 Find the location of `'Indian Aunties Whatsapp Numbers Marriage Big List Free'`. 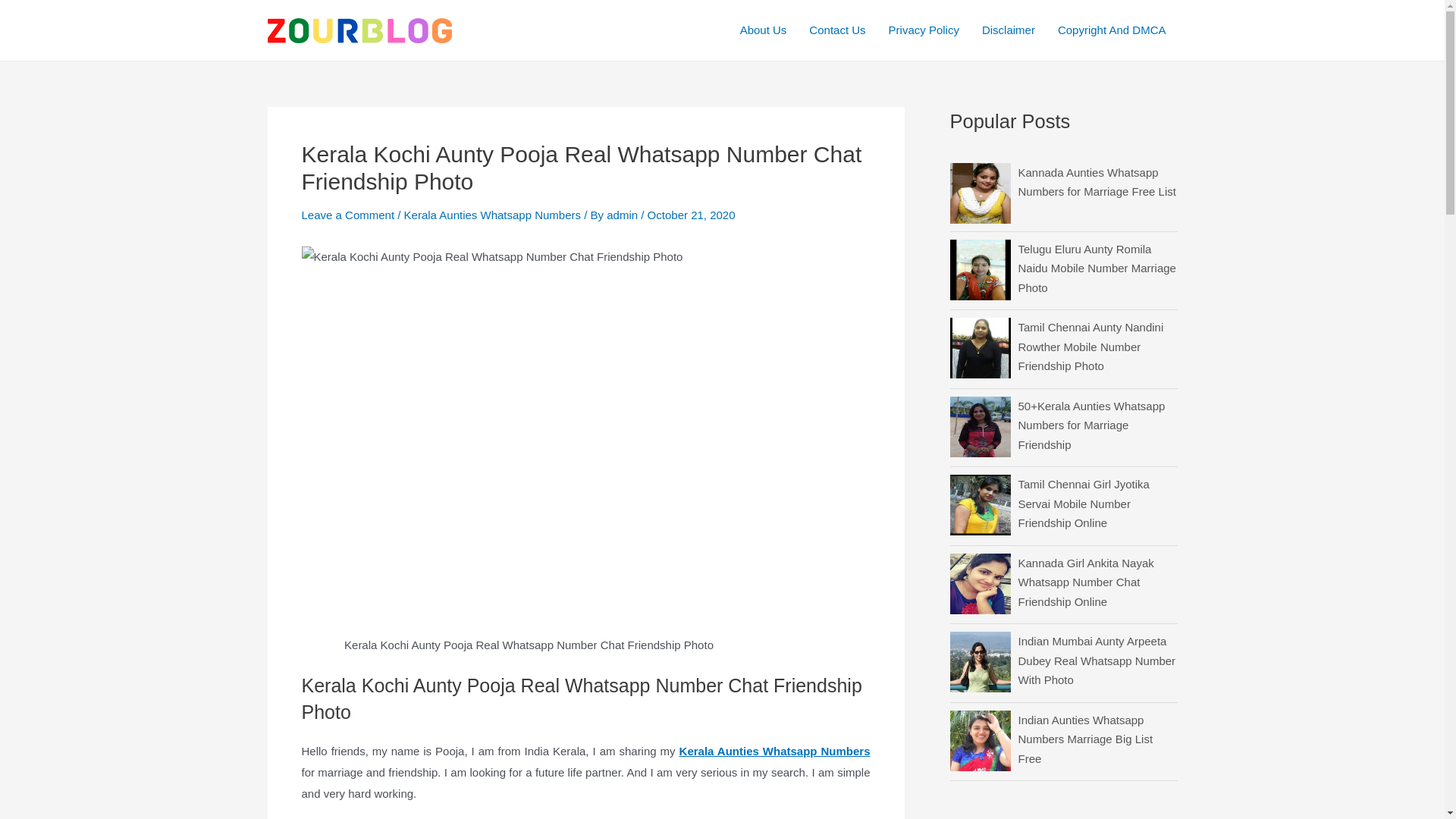

'Indian Aunties Whatsapp Numbers Marriage Big List Free' is located at coordinates (1018, 739).